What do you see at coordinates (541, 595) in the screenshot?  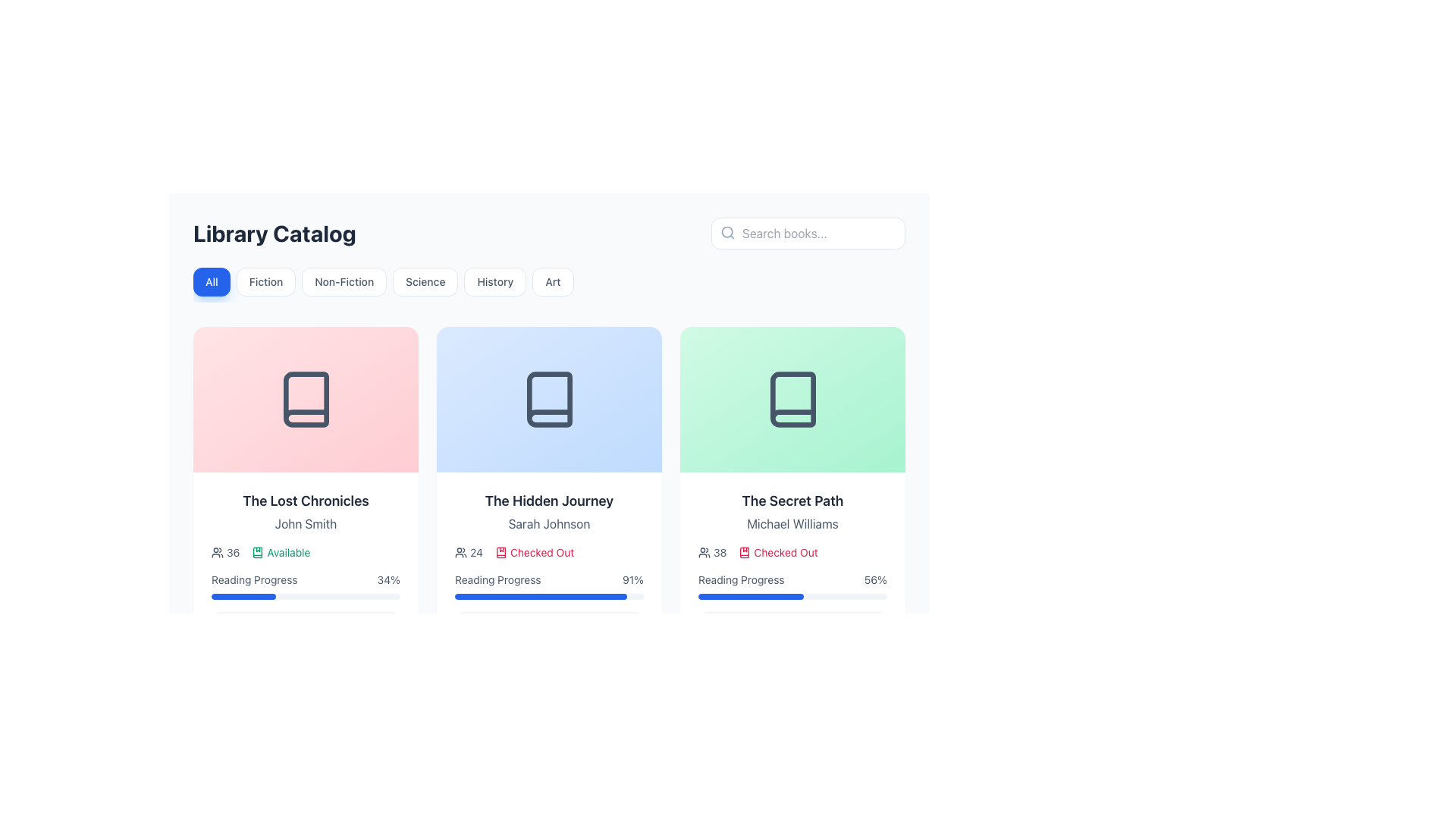 I see `the Visual Progress Bar Segment for the book 'The Hidden Journey', which visually represents the reading completion at 91%` at bounding box center [541, 595].